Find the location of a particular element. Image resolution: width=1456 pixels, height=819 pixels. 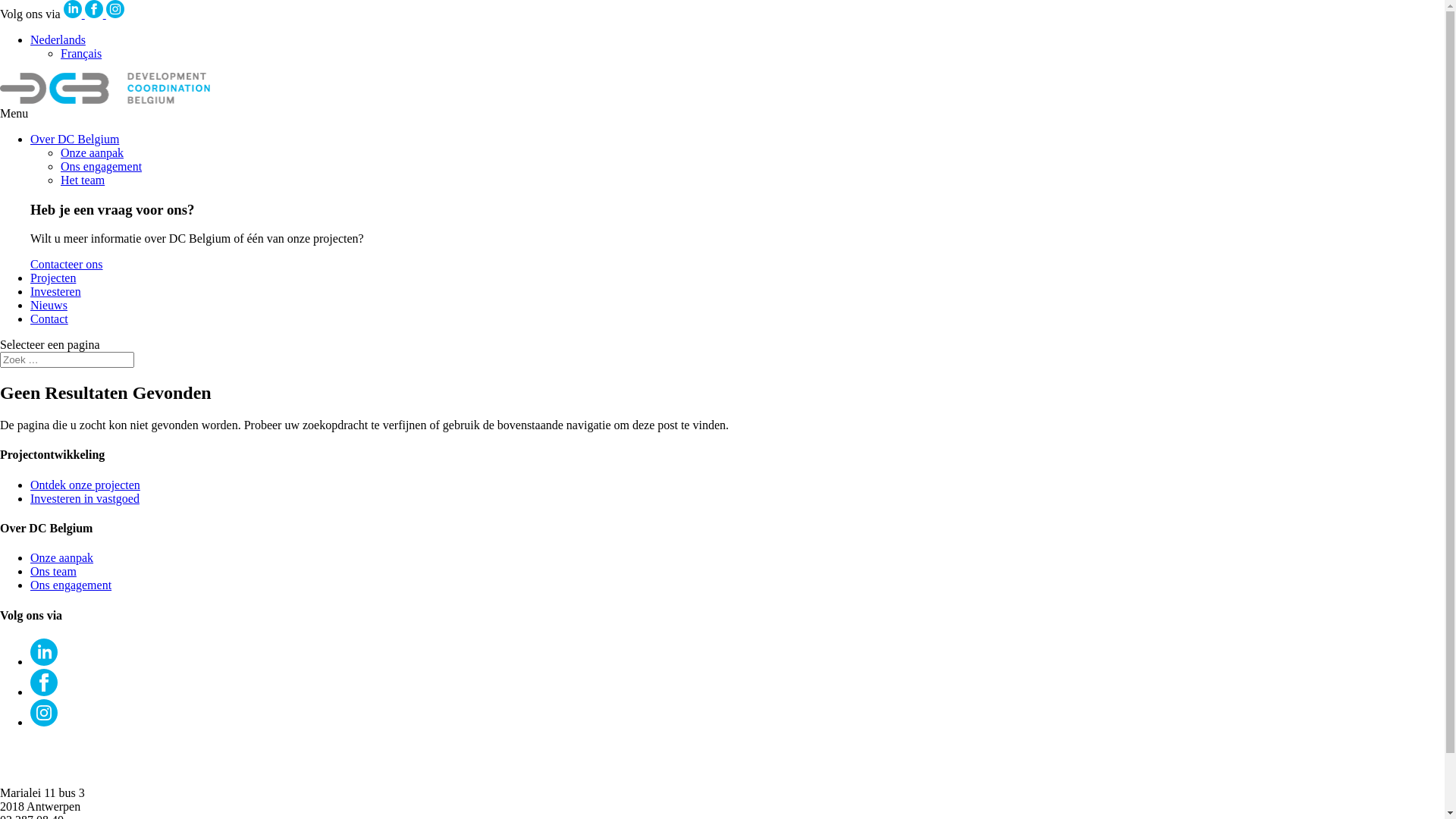

'Facebook' is located at coordinates (43, 681).